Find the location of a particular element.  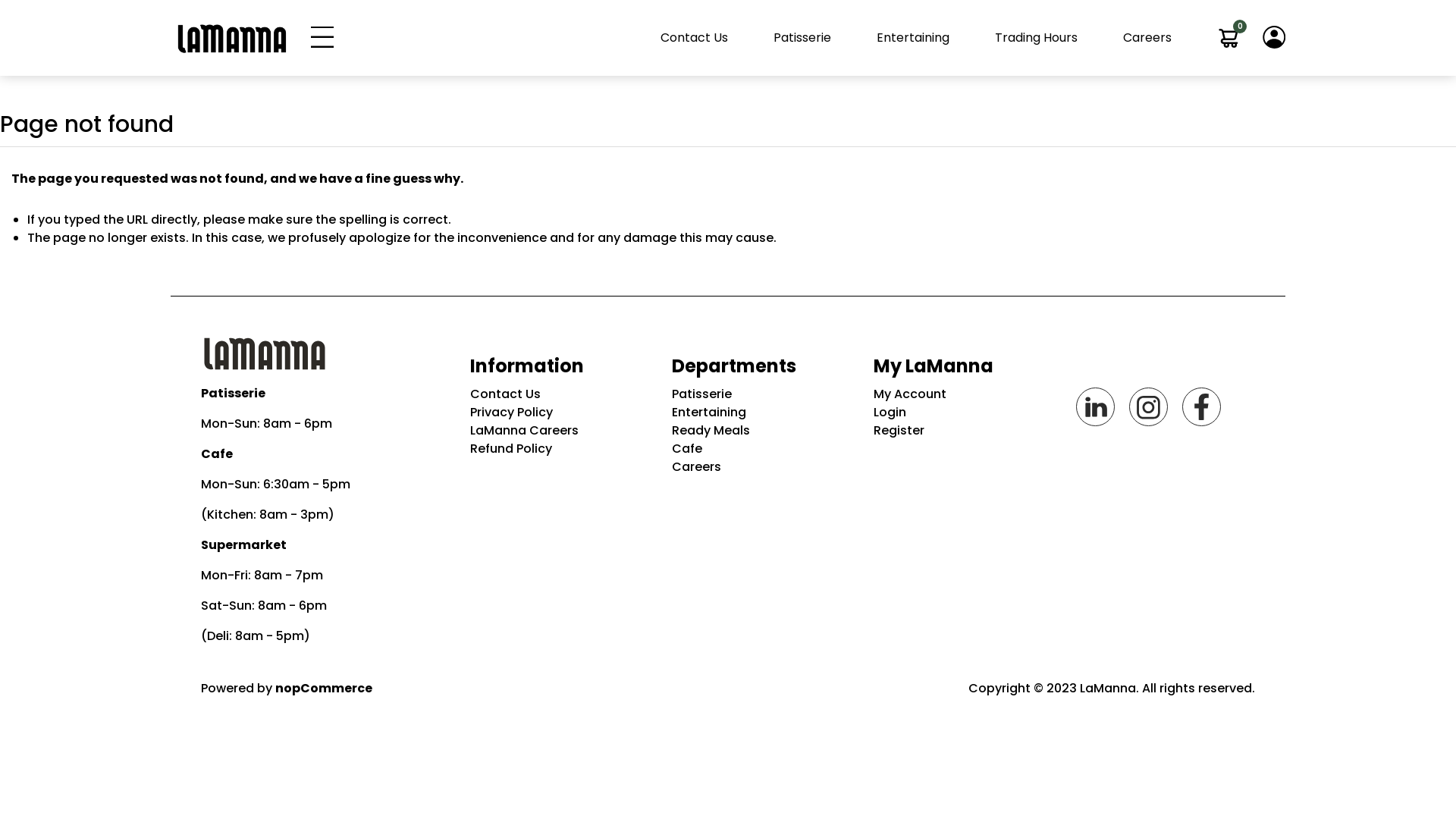

'Cafe' is located at coordinates (761, 447).